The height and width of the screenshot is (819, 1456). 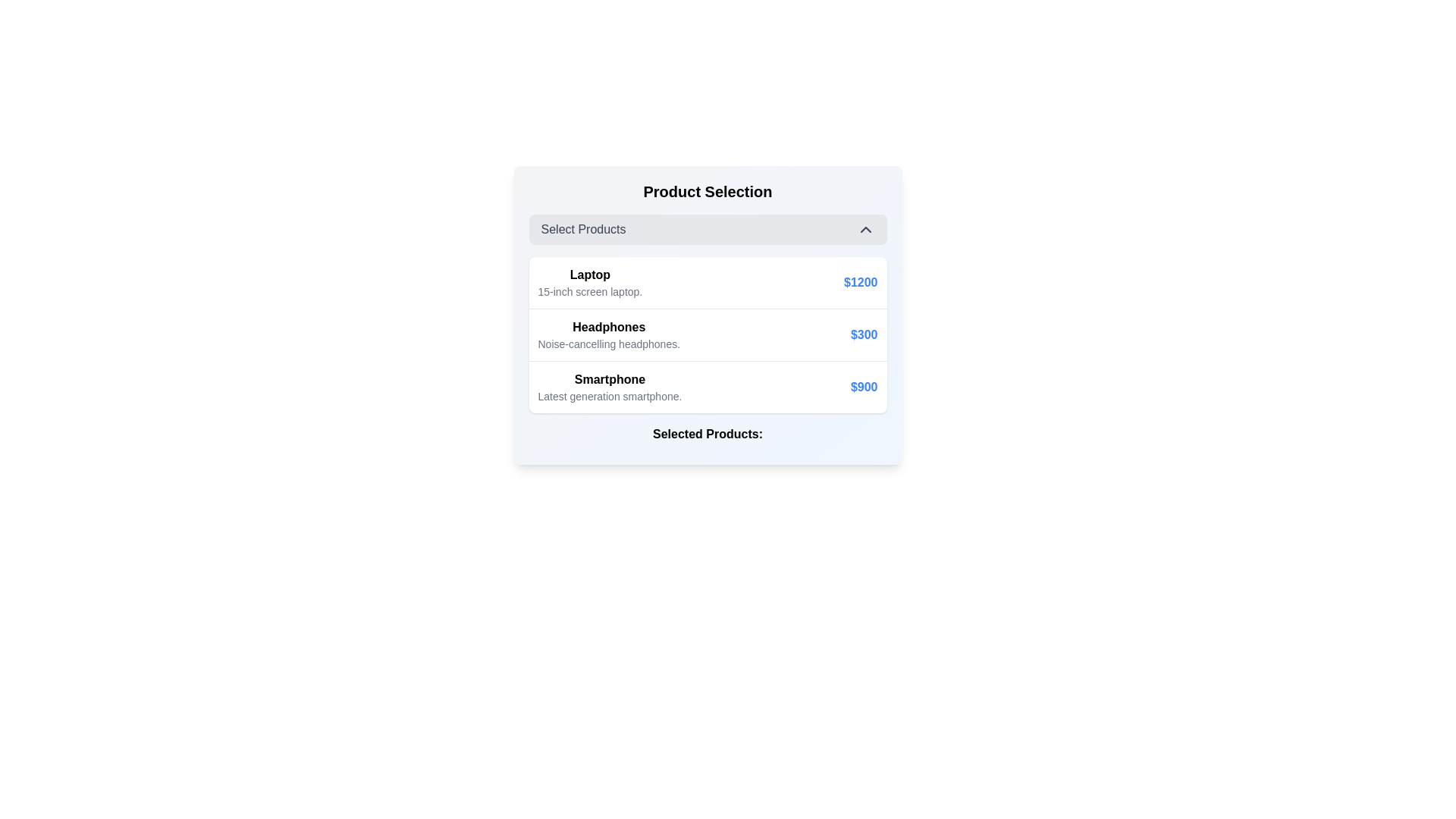 I want to click on the 'Smartphone' text label in the 'Product Selection' interface, so click(x=610, y=386).